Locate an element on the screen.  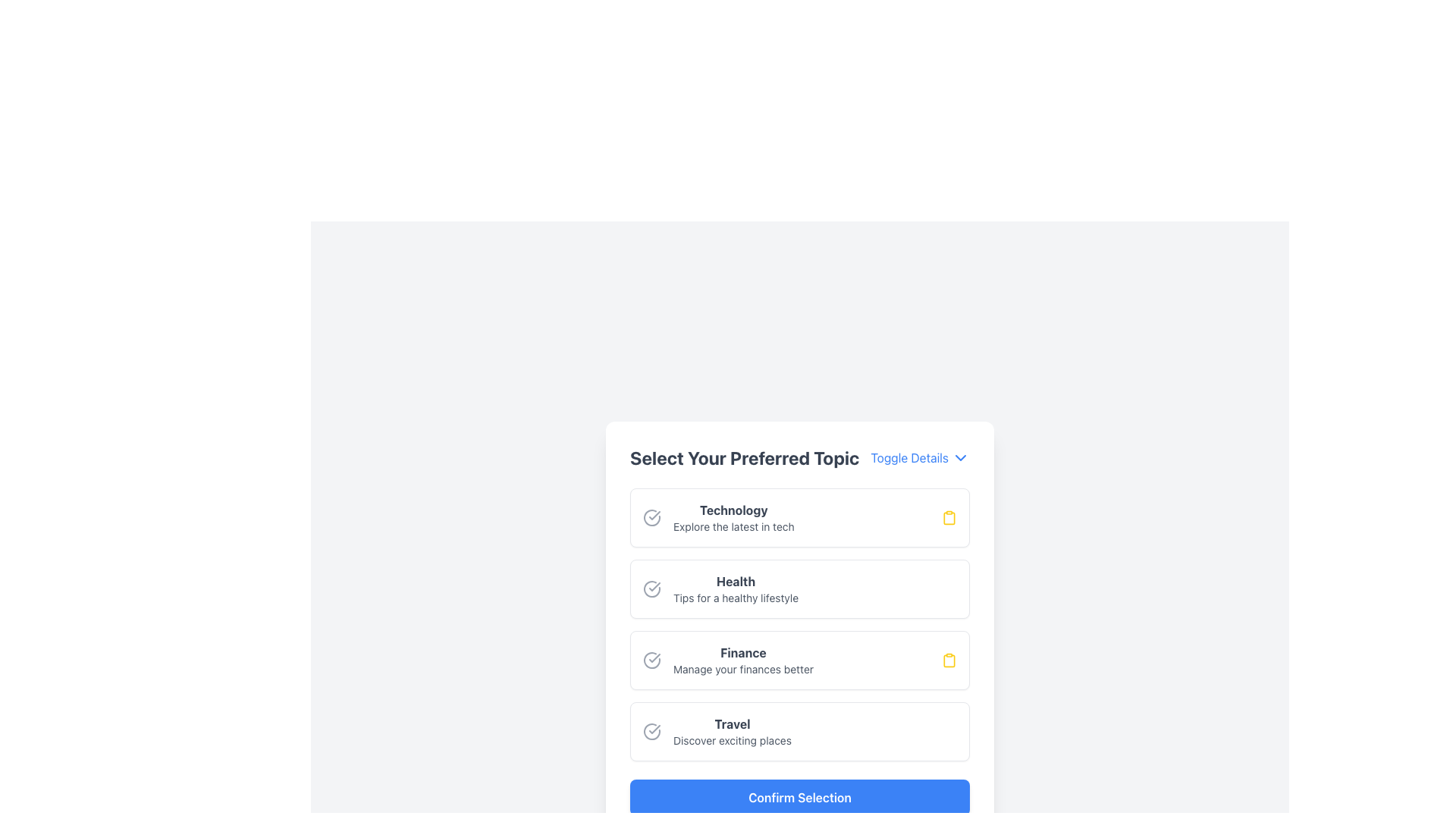
the 'Finance' card in the vertical list of topics, which is the third item between 'Health' and 'Travel' is located at coordinates (799, 660).